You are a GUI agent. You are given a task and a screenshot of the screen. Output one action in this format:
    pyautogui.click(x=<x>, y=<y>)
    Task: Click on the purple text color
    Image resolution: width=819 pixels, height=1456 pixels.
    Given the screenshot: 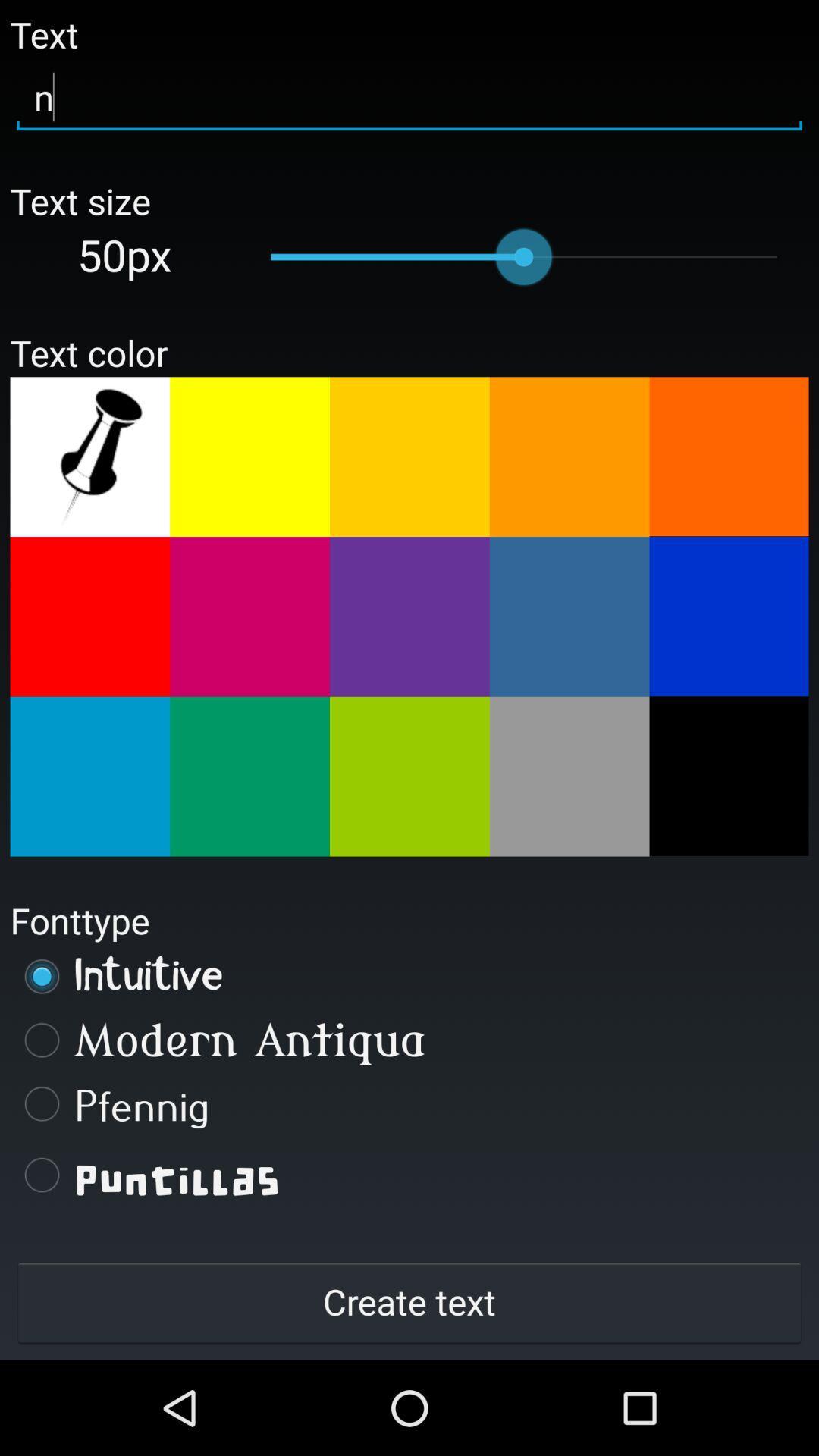 What is the action you would take?
    pyautogui.click(x=409, y=617)
    